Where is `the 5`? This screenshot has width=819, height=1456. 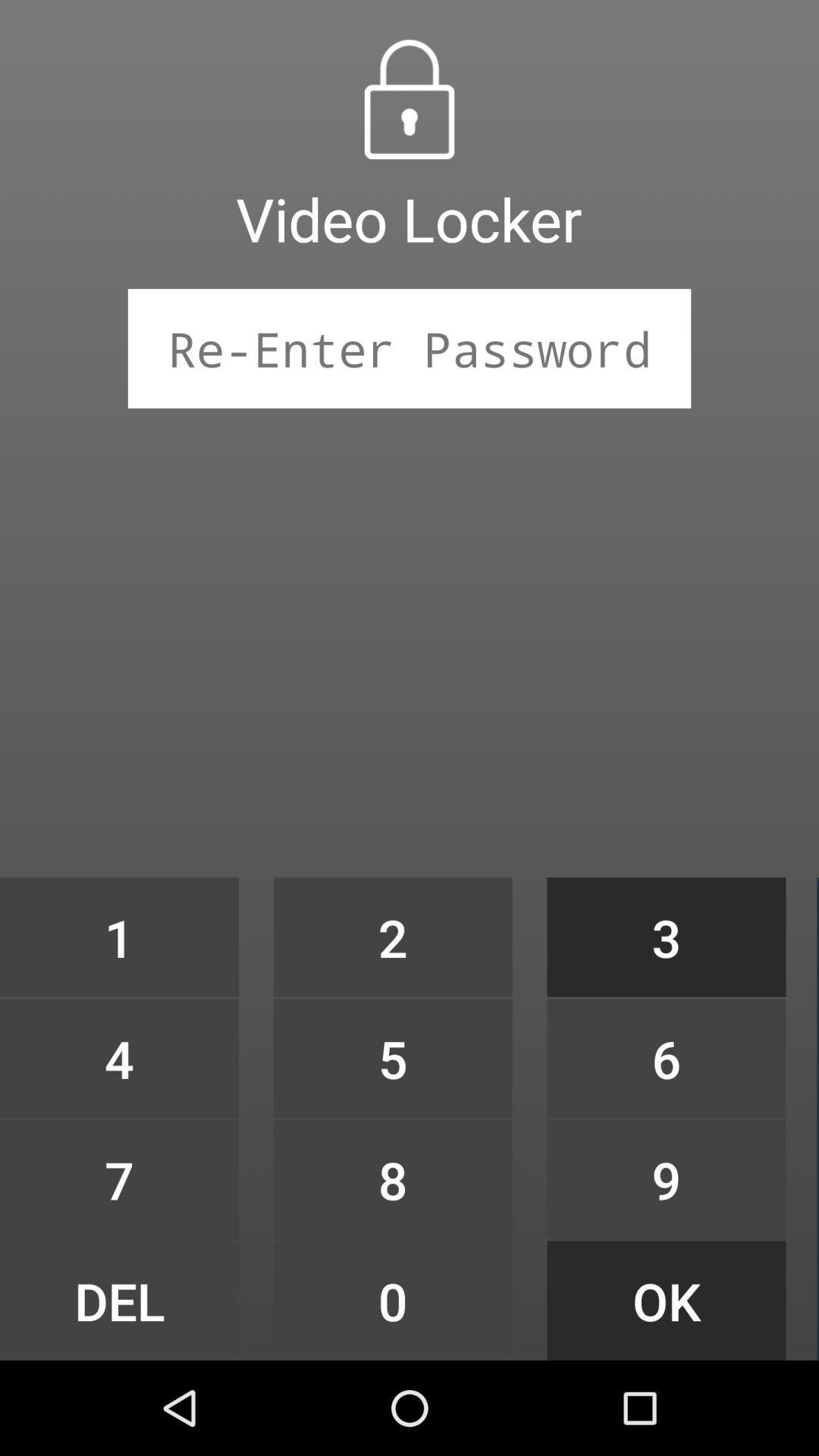
the 5 is located at coordinates (392, 1057).